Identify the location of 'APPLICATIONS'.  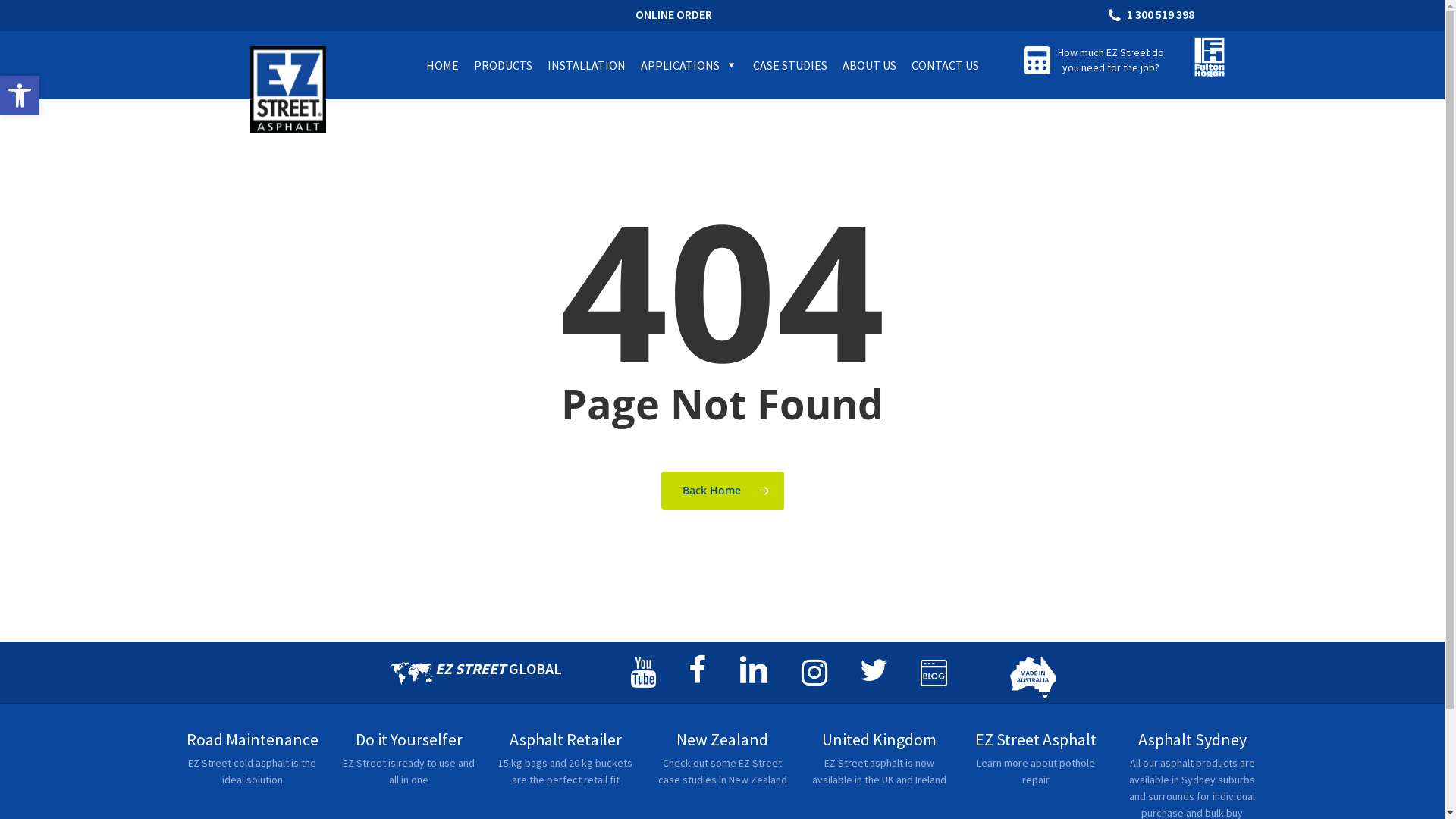
(688, 64).